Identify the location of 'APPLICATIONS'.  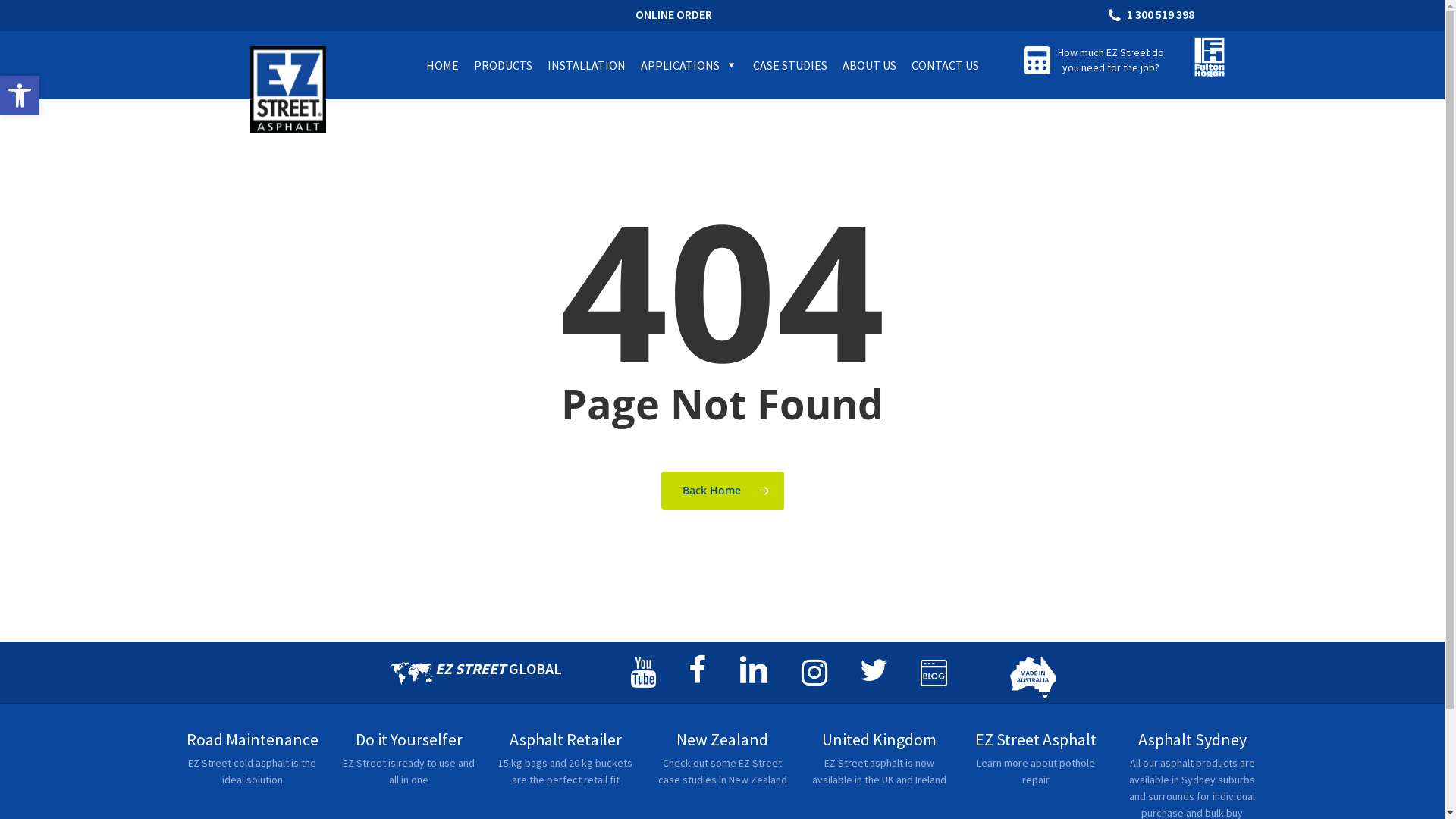
(688, 64).